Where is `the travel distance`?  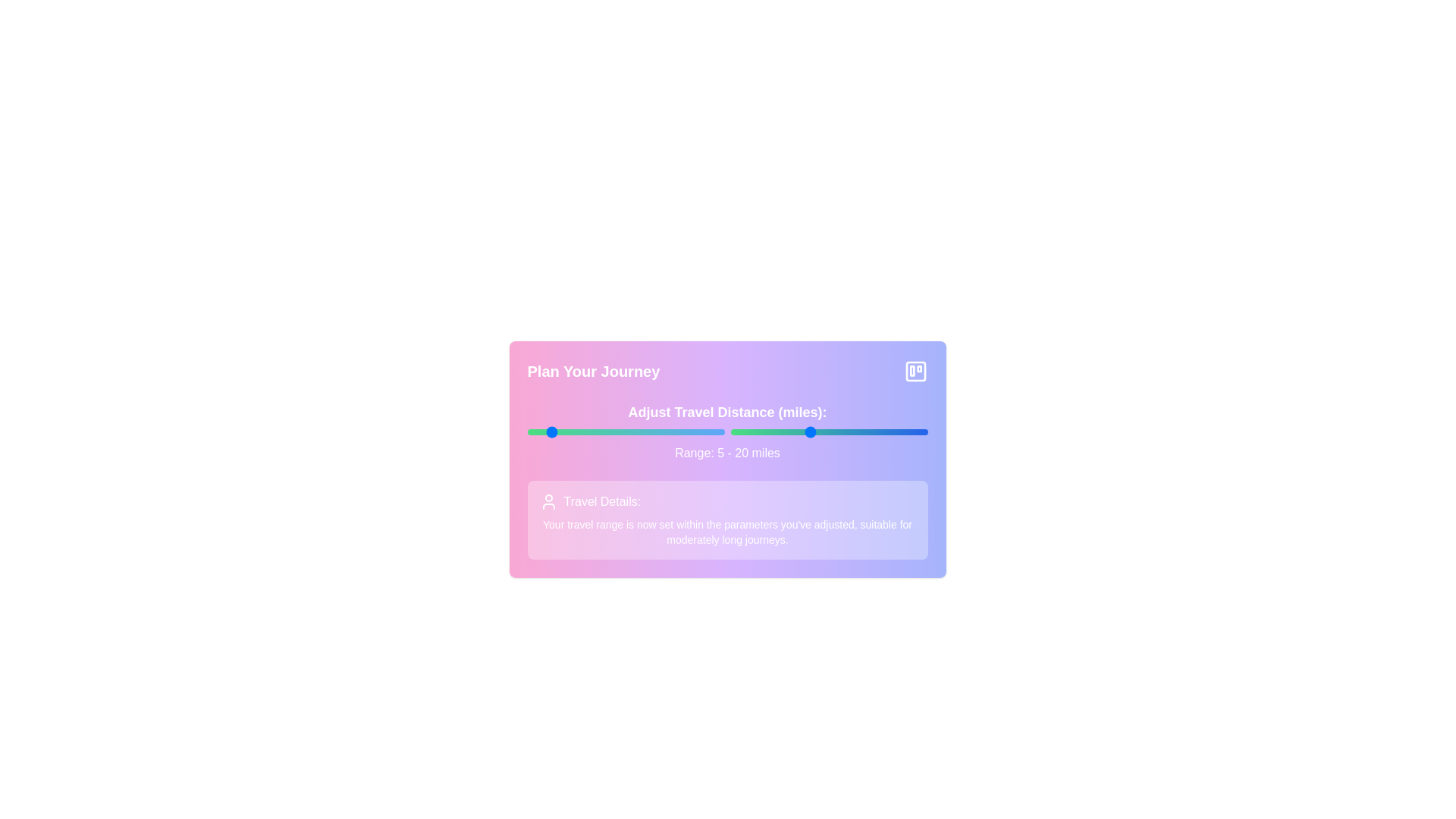 the travel distance is located at coordinates (786, 432).